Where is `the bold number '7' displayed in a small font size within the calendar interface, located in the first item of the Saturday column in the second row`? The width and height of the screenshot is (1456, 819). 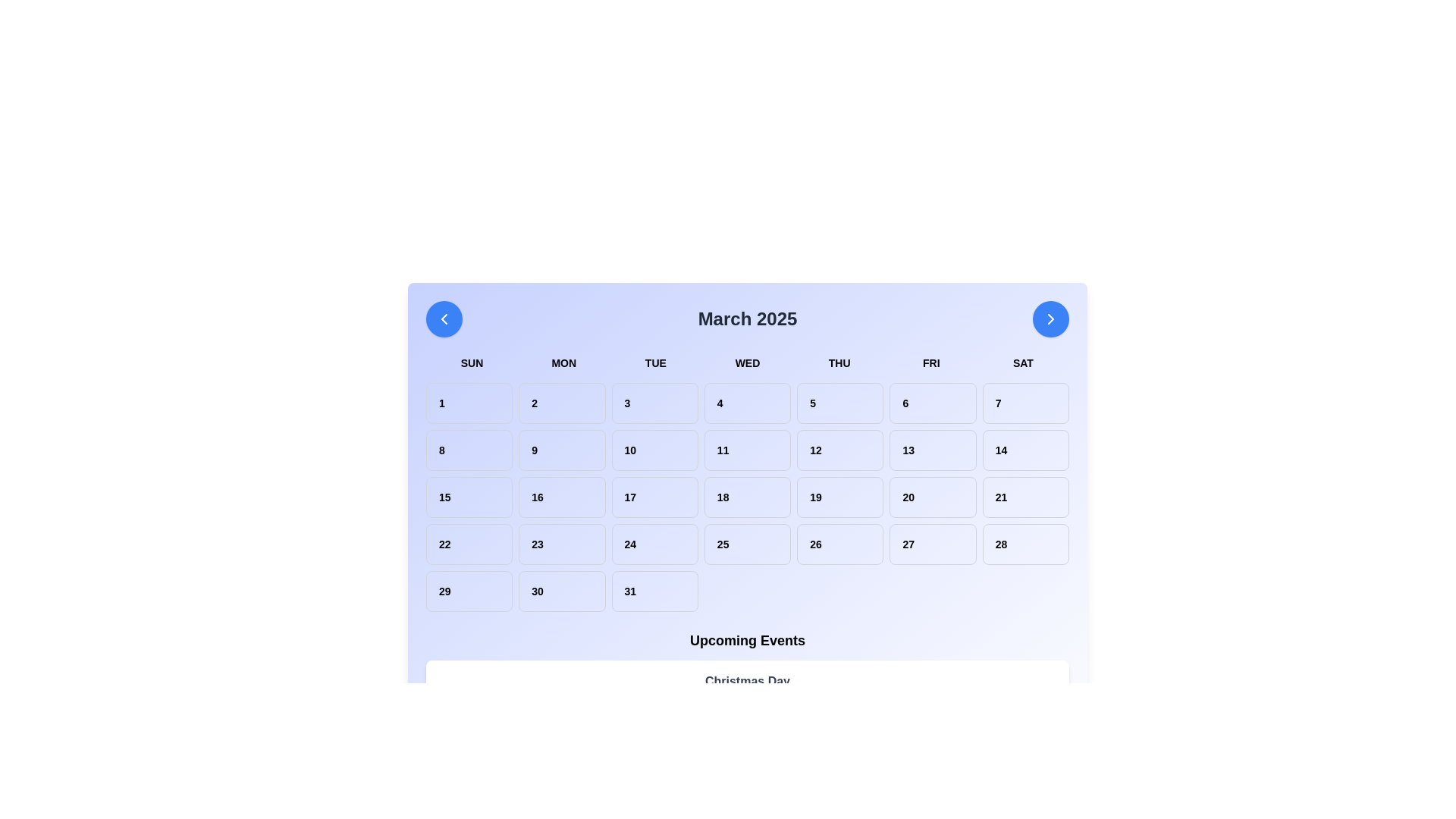
the bold number '7' displayed in a small font size within the calendar interface, located in the first item of the Saturday column in the second row is located at coordinates (1025, 403).